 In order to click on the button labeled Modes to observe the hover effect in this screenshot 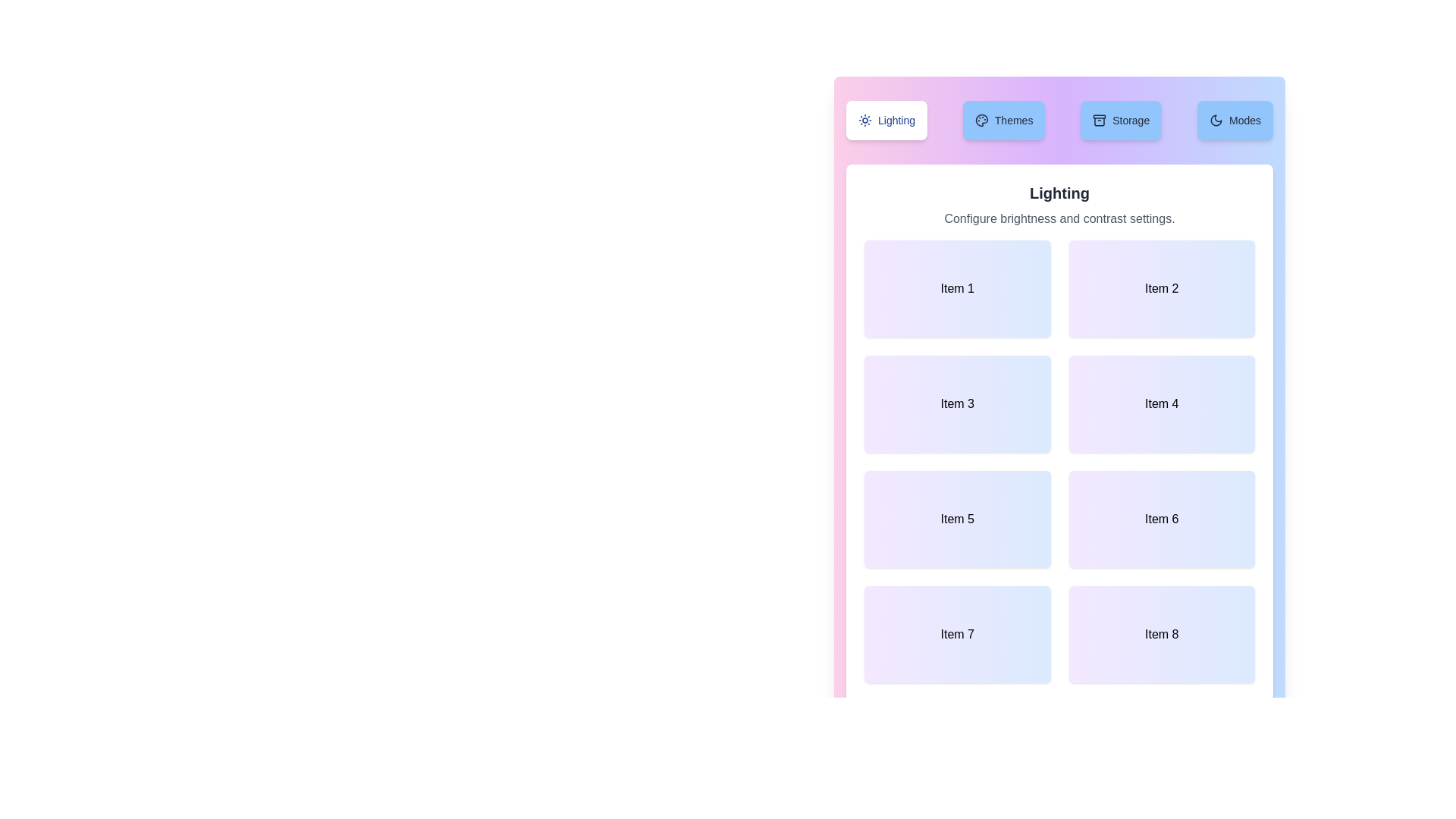, I will do `click(1235, 119)`.